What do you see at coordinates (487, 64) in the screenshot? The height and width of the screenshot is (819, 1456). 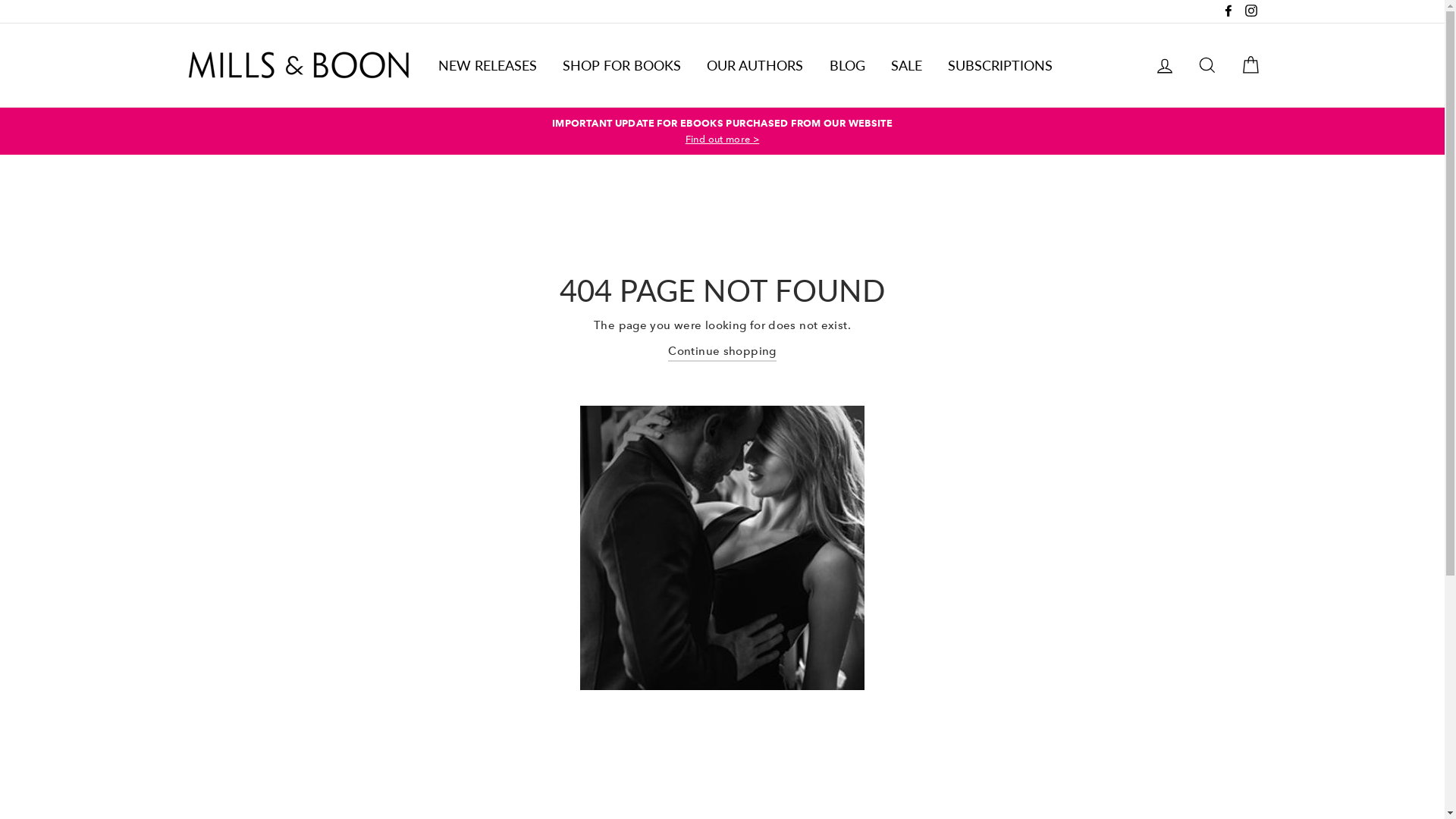 I see `'NEW RELEASES'` at bounding box center [487, 64].